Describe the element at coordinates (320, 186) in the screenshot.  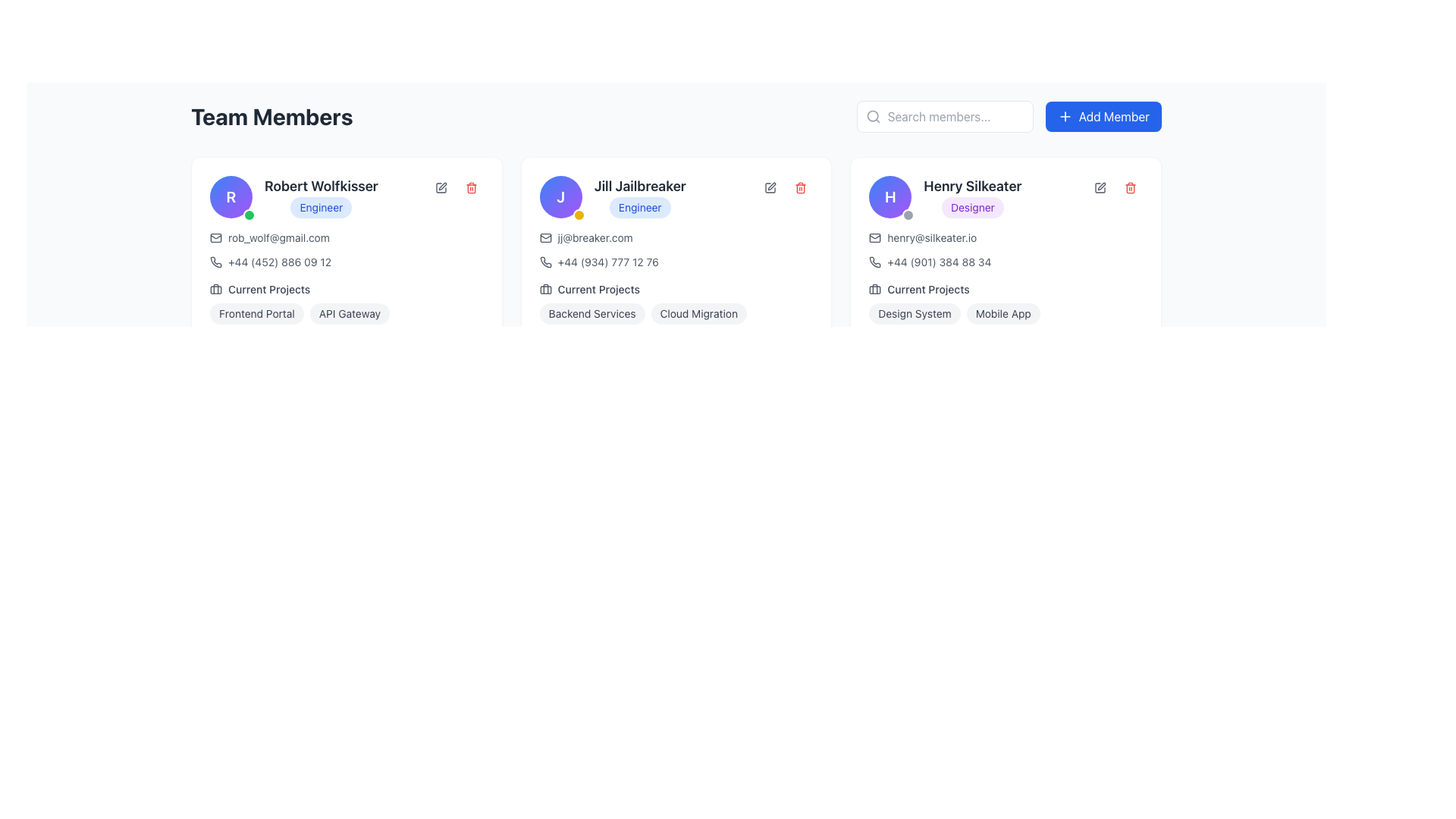
I see `the static text displaying the name 'Robert Wolfkisser', which is styled in a bold font and located within the first card under the header 'Team Members'` at that location.